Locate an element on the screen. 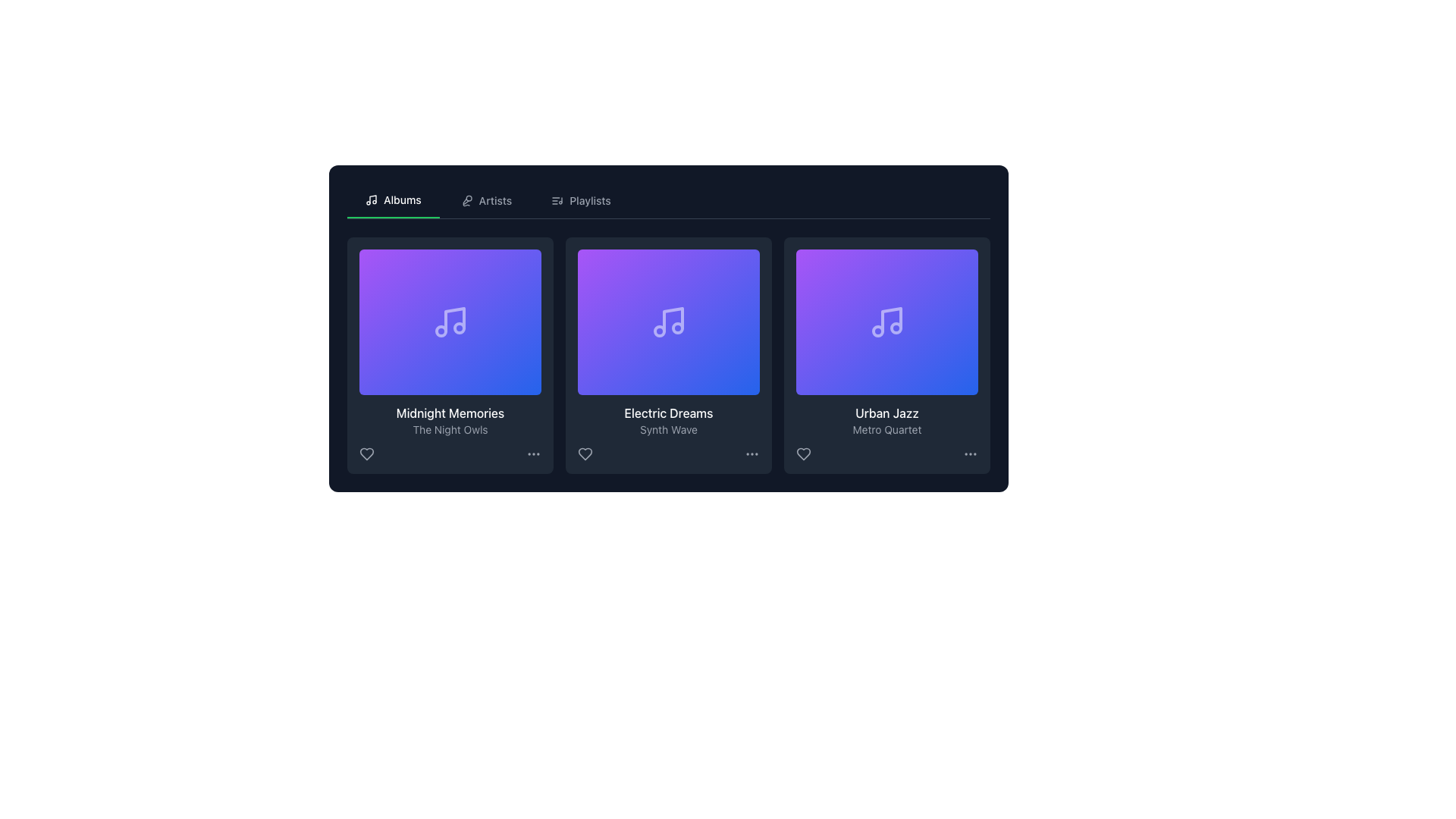 The height and width of the screenshot is (819, 1456). the active Navigation button or tab located at the top of the interface, which allows users is located at coordinates (393, 199).